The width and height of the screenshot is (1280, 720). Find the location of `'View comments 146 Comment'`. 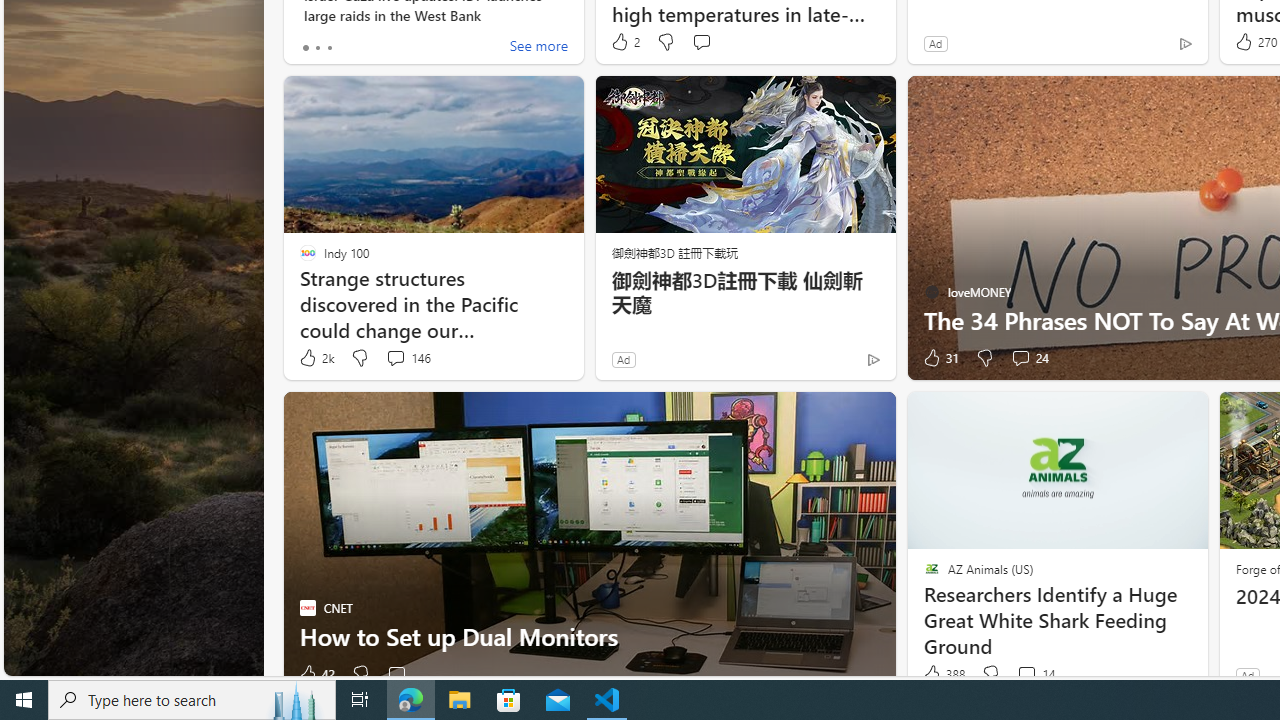

'View comments 146 Comment' is located at coordinates (407, 357).